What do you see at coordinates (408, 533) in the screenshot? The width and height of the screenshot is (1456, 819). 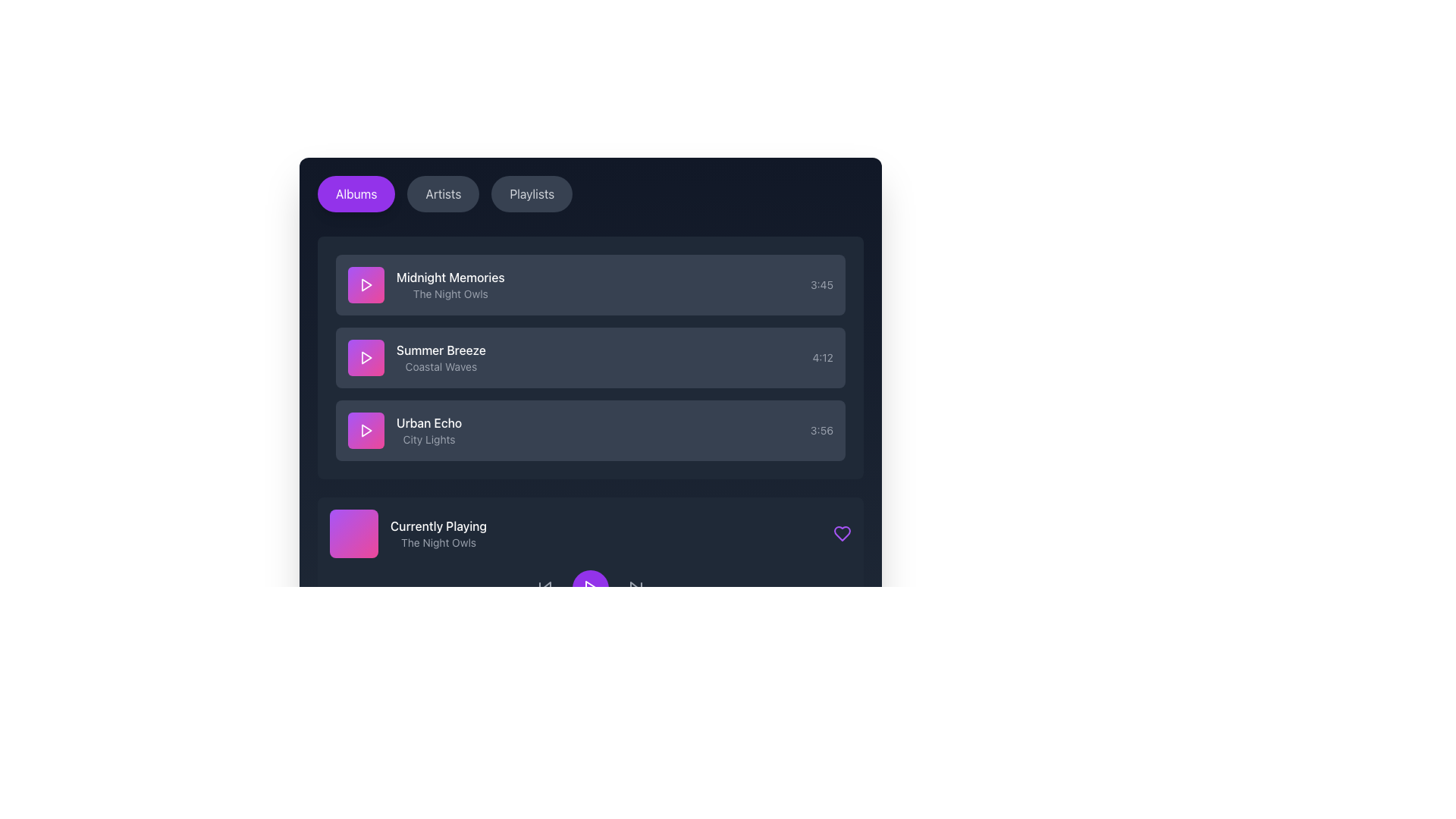 I see `the Informational display block showing 'Currently Playing' and 'The Night Owls' in a music application interface as a reference` at bounding box center [408, 533].